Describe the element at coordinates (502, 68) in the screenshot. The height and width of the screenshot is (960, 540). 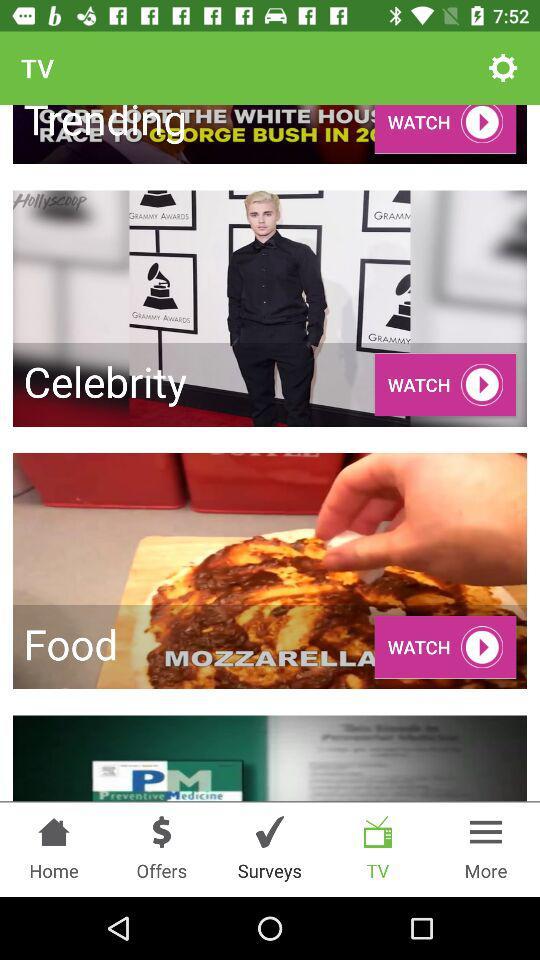
I see `the icon to the right of tv icon` at that location.